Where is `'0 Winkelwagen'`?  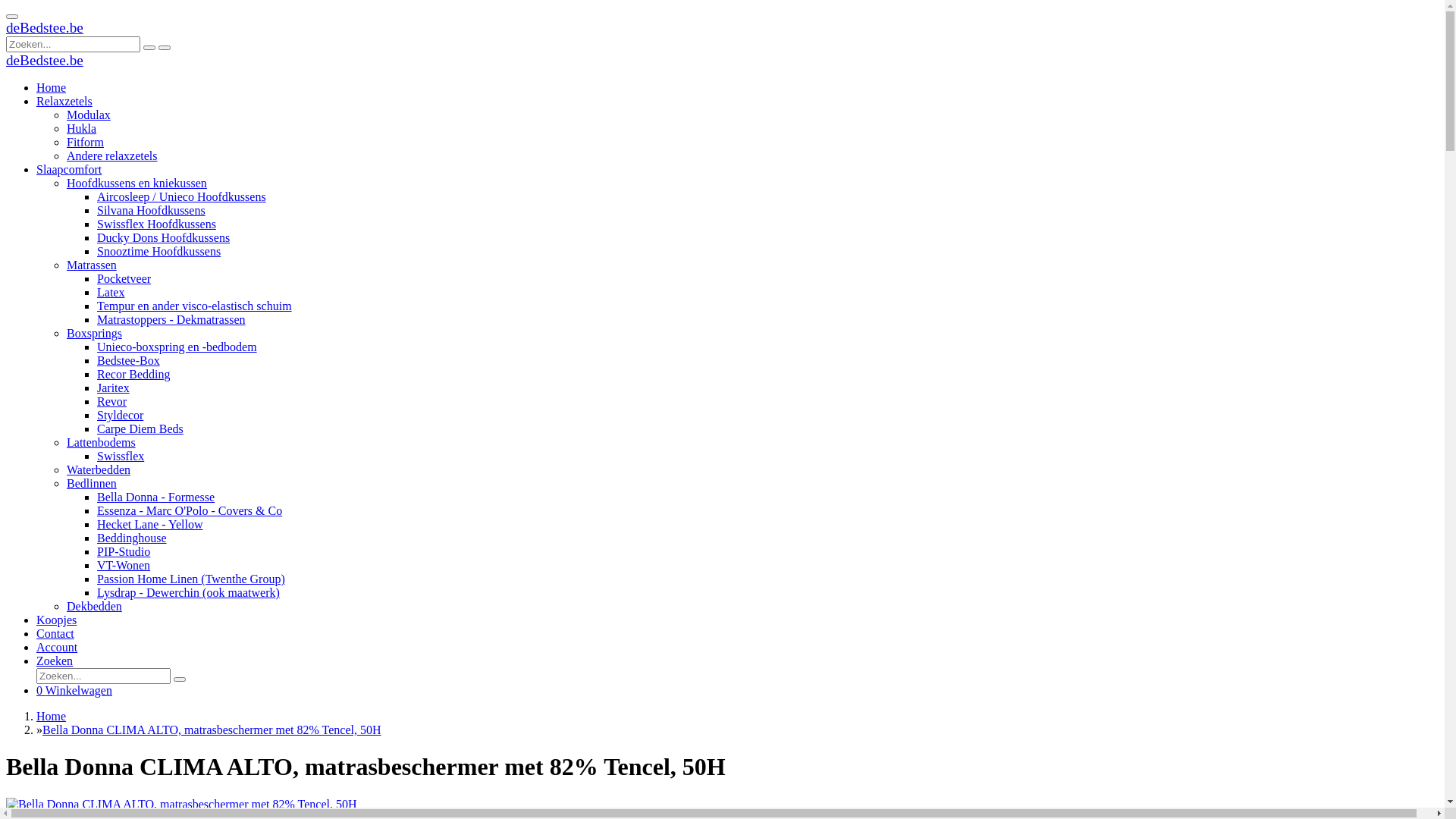 '0 Winkelwagen' is located at coordinates (73, 690).